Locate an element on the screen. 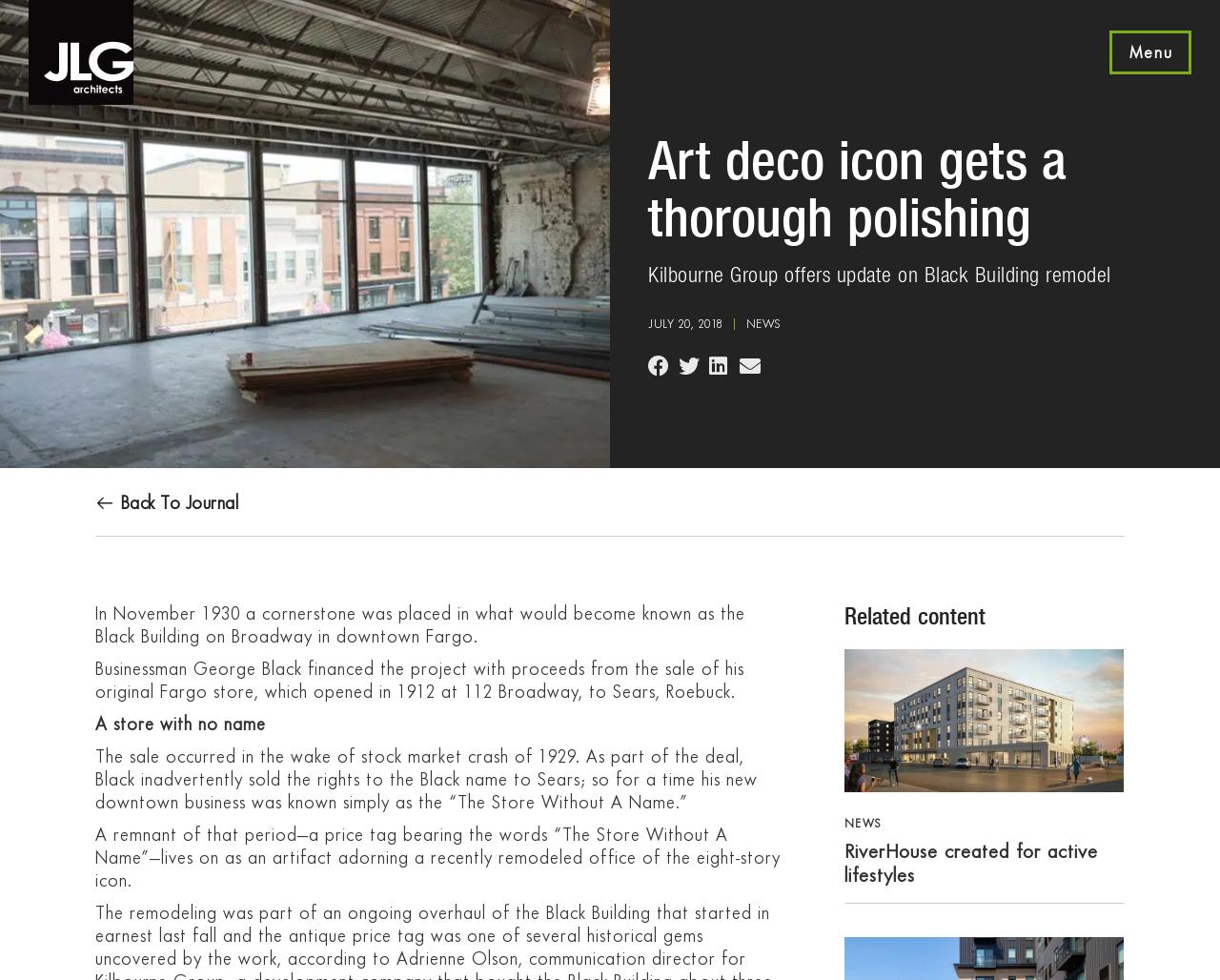  'Related content' is located at coordinates (912, 615).